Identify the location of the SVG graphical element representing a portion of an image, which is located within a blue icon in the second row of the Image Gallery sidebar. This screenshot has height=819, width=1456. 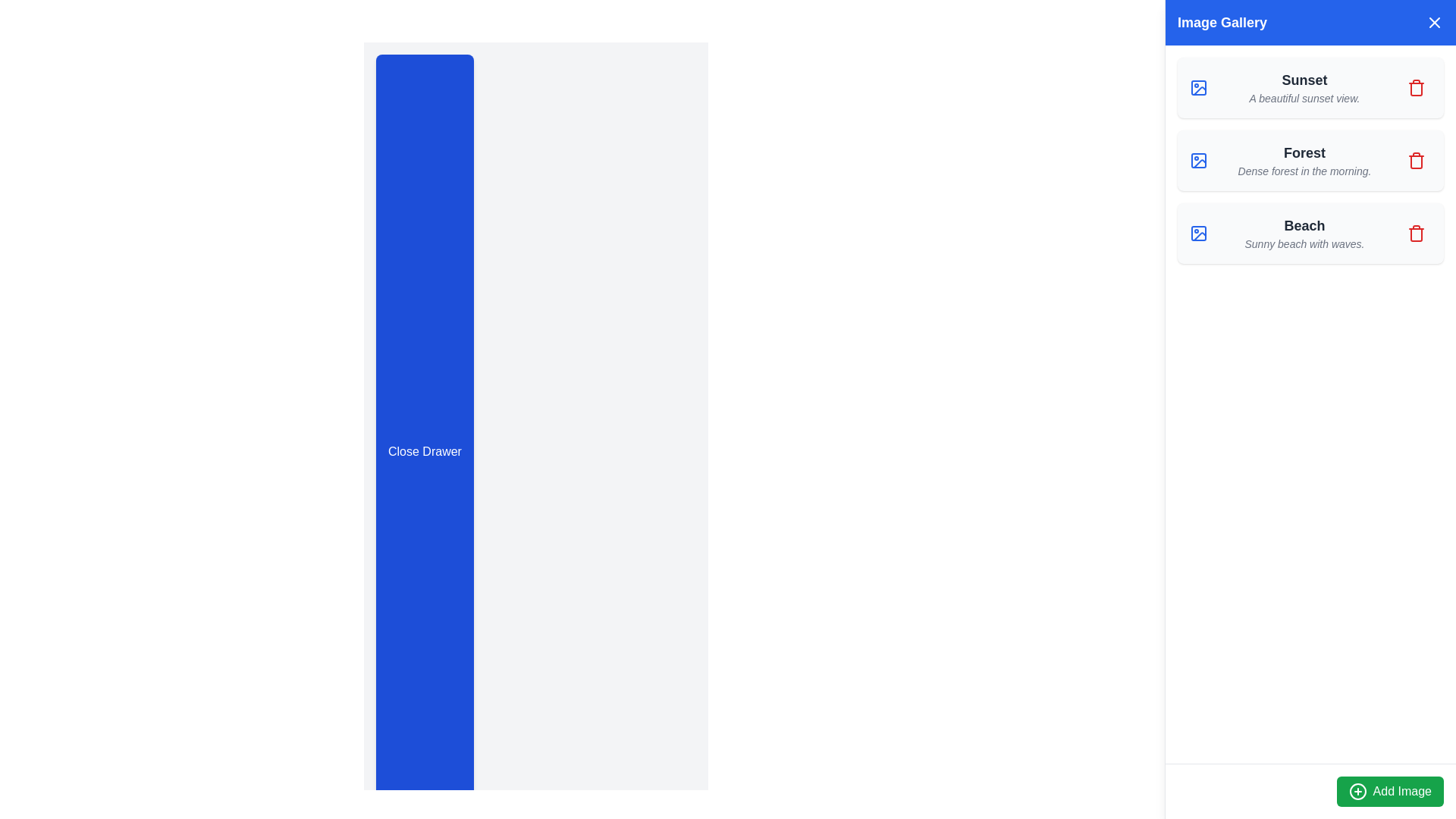
(1199, 164).